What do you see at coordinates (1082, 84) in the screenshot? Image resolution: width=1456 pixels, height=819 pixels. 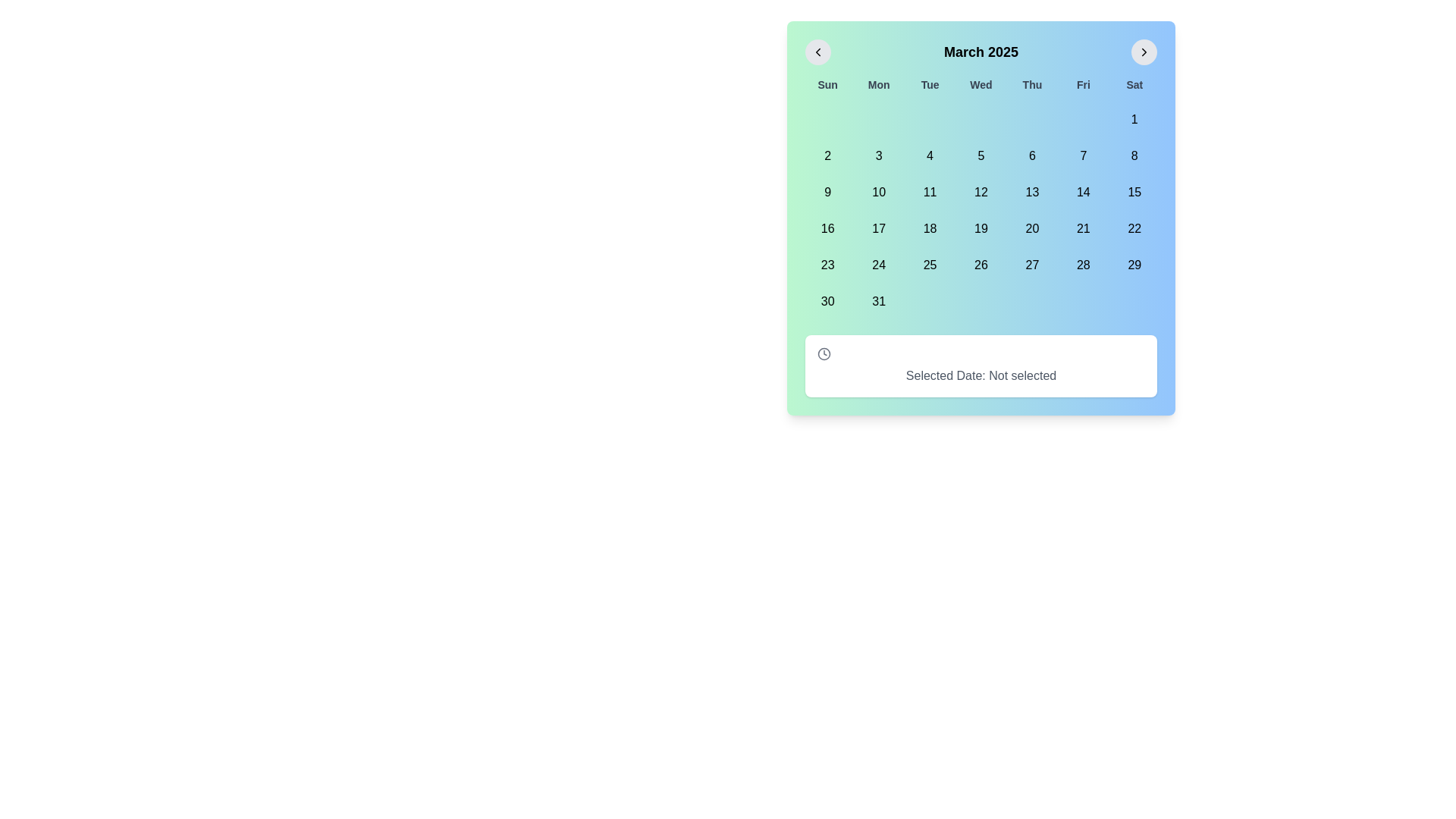 I see `the text label representing 'Friday' in the weekly calendar layout, positioned between 'Thu' and 'Sat'` at bounding box center [1082, 84].